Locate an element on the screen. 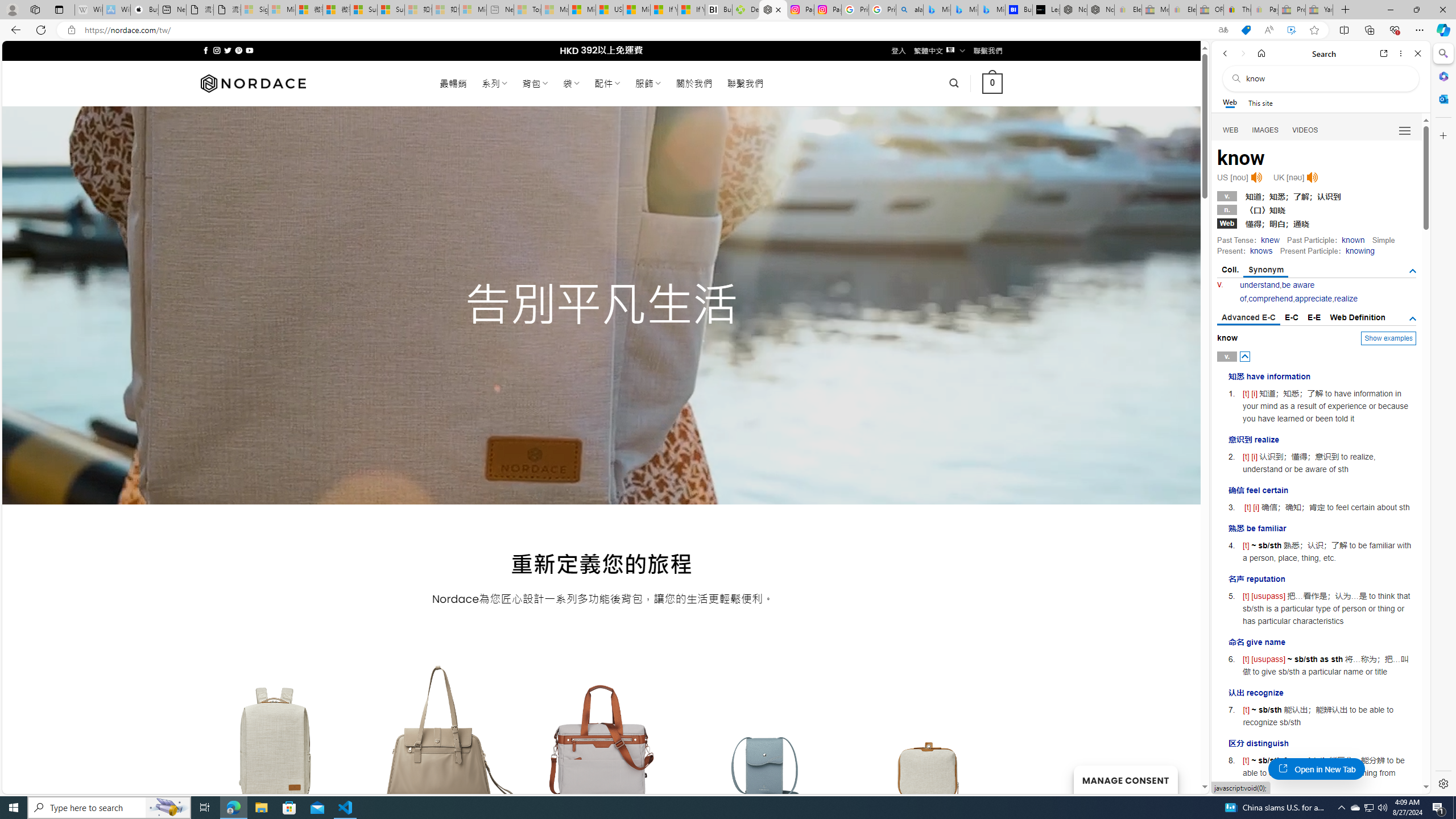  'Coll.' is located at coordinates (1230, 270).